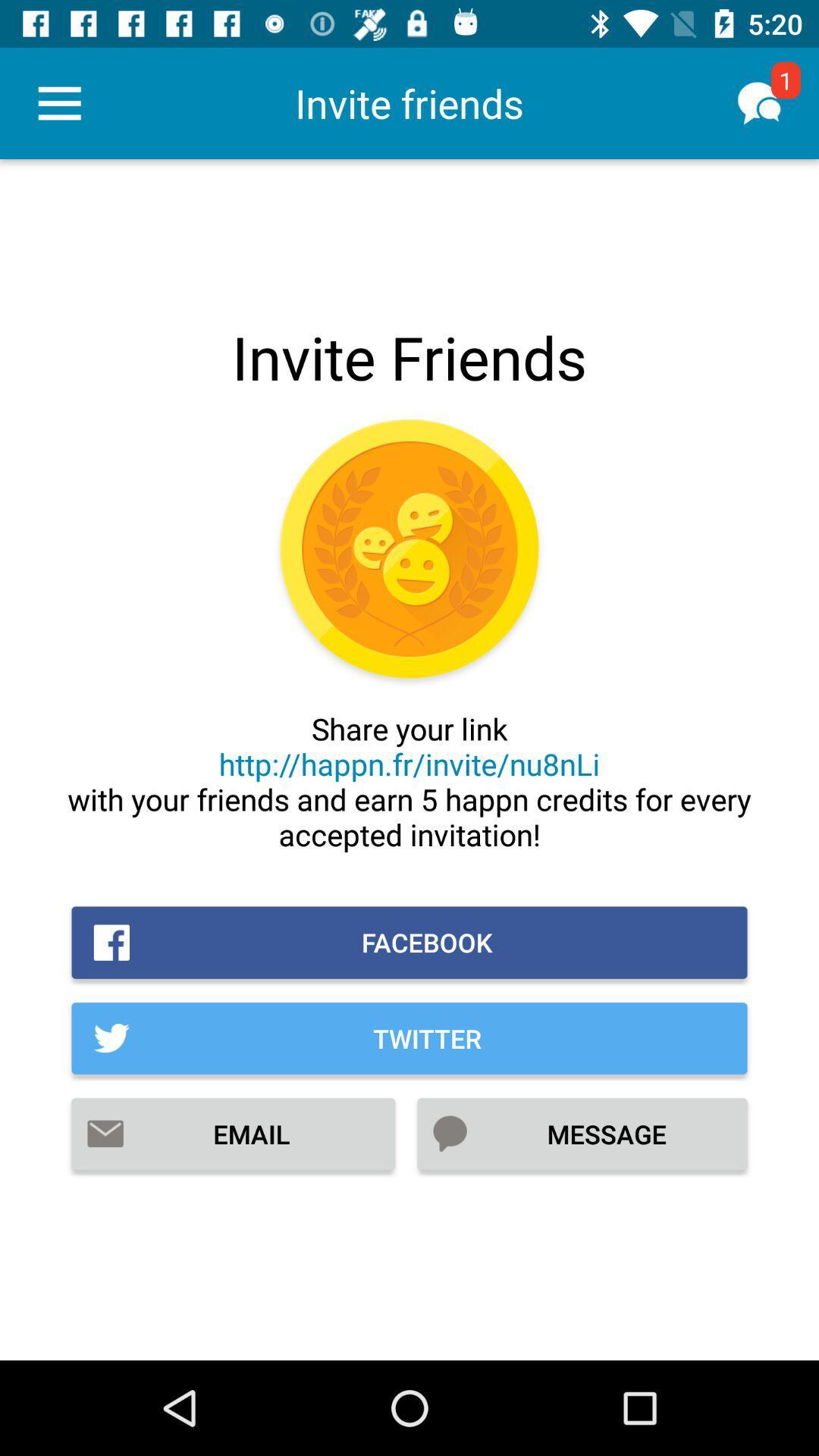  What do you see at coordinates (233, 1134) in the screenshot?
I see `email item` at bounding box center [233, 1134].